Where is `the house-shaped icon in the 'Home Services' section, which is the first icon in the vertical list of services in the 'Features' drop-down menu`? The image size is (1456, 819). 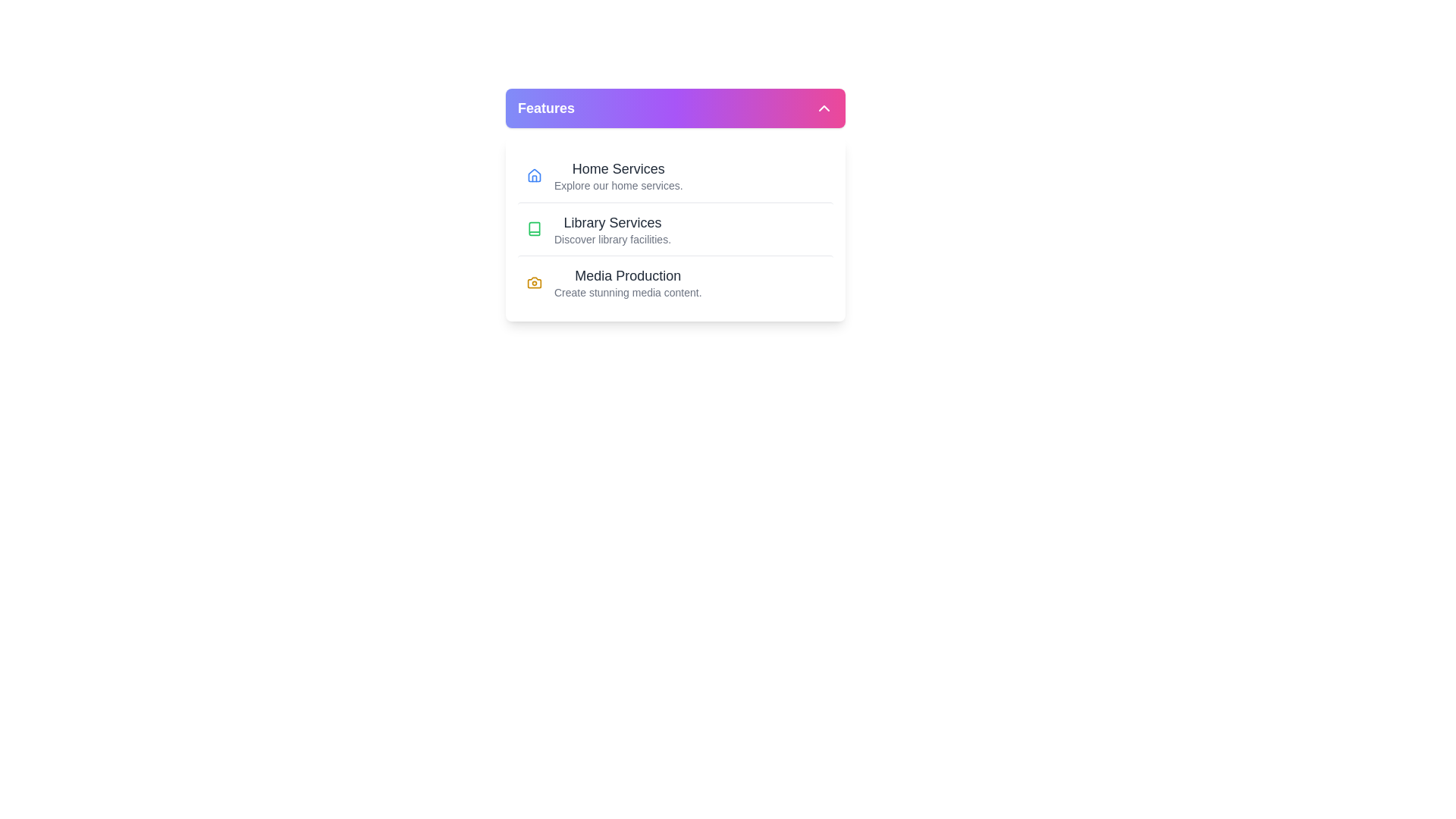
the house-shaped icon in the 'Home Services' section, which is the first icon in the vertical list of services in the 'Features' drop-down menu is located at coordinates (535, 174).